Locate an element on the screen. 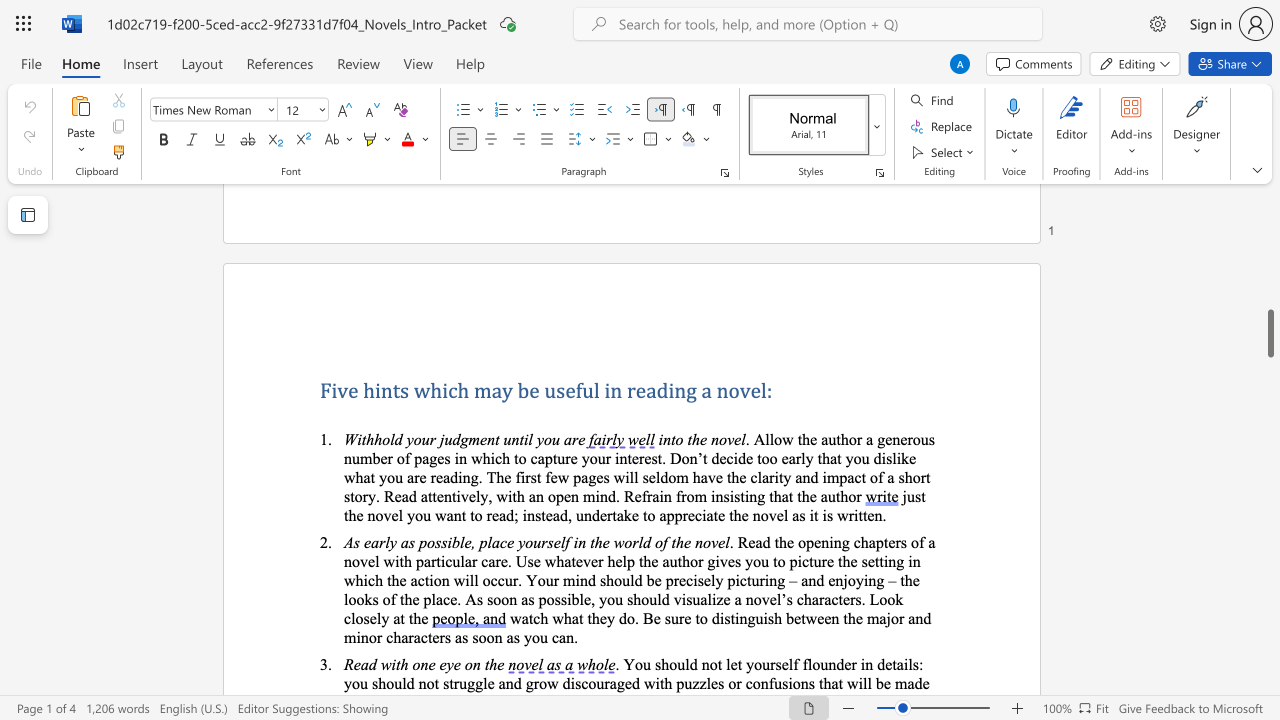 The image size is (1280, 720). the 1th character "y" in the text is located at coordinates (584, 458).